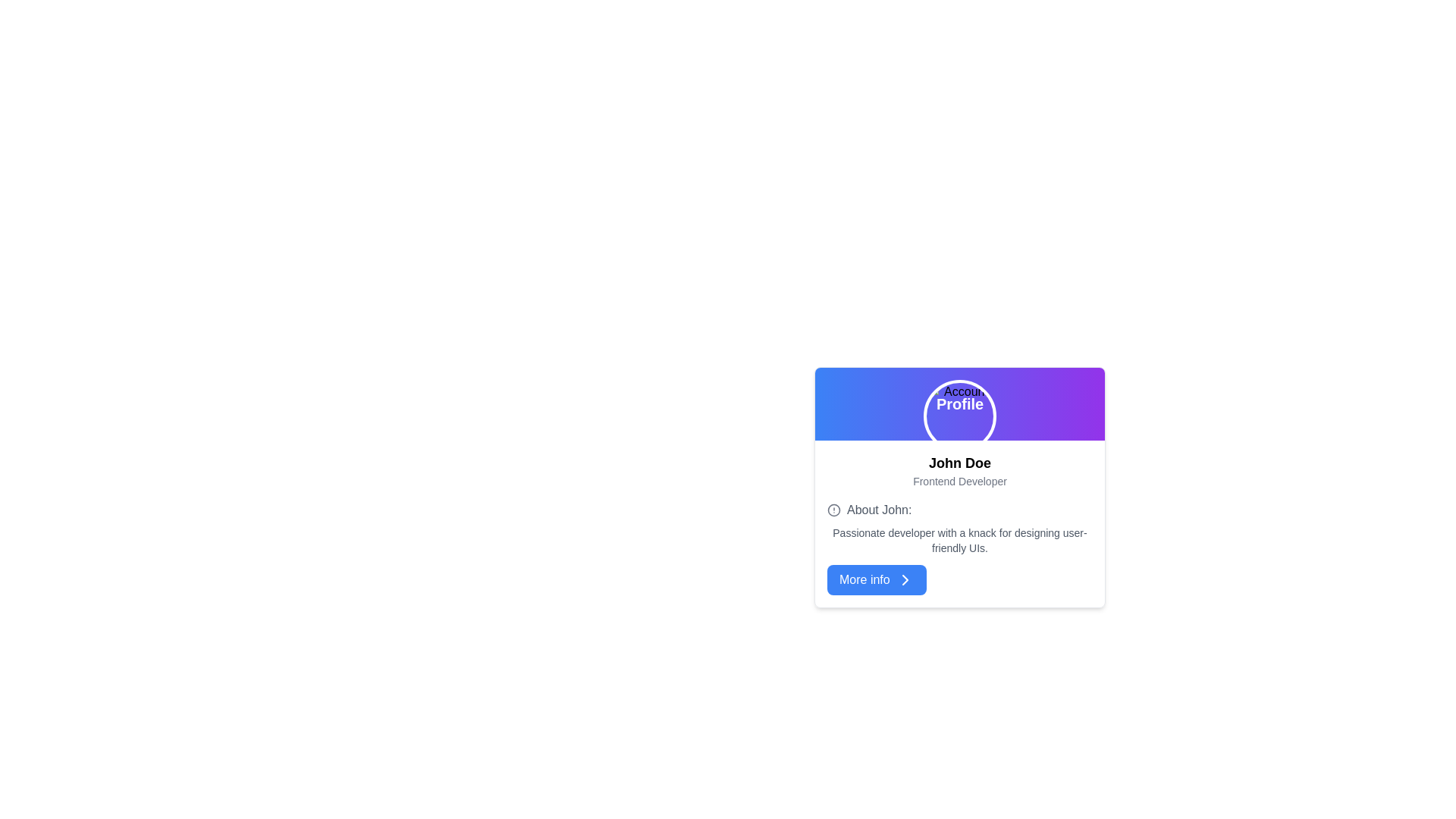  What do you see at coordinates (959, 462) in the screenshot?
I see `displayed name 'John Doe' from the bold black text label located at the center of the card layout` at bounding box center [959, 462].